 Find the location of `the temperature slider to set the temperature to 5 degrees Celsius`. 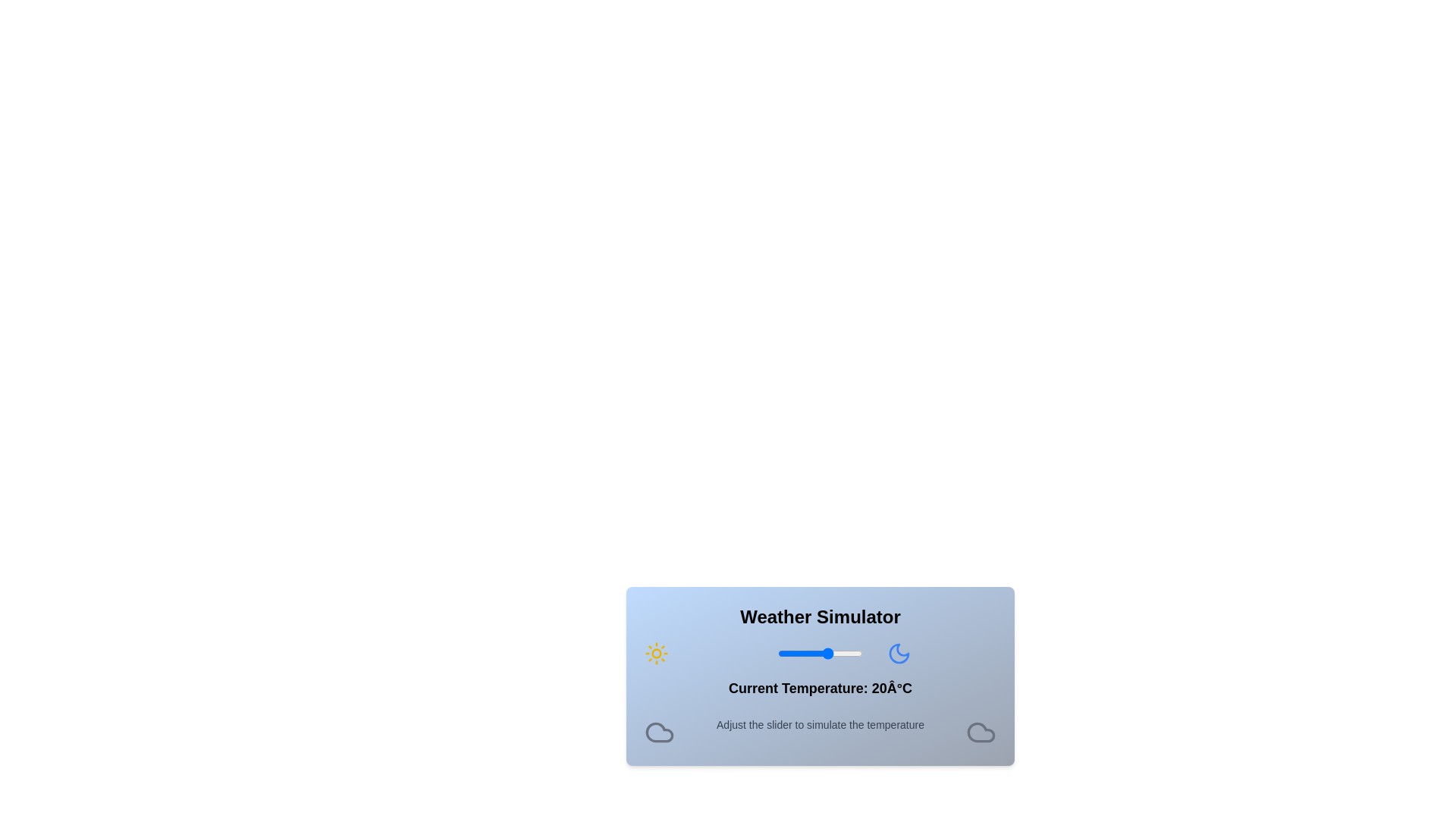

the temperature slider to set the temperature to 5 degrees Celsius is located at coordinates (802, 652).